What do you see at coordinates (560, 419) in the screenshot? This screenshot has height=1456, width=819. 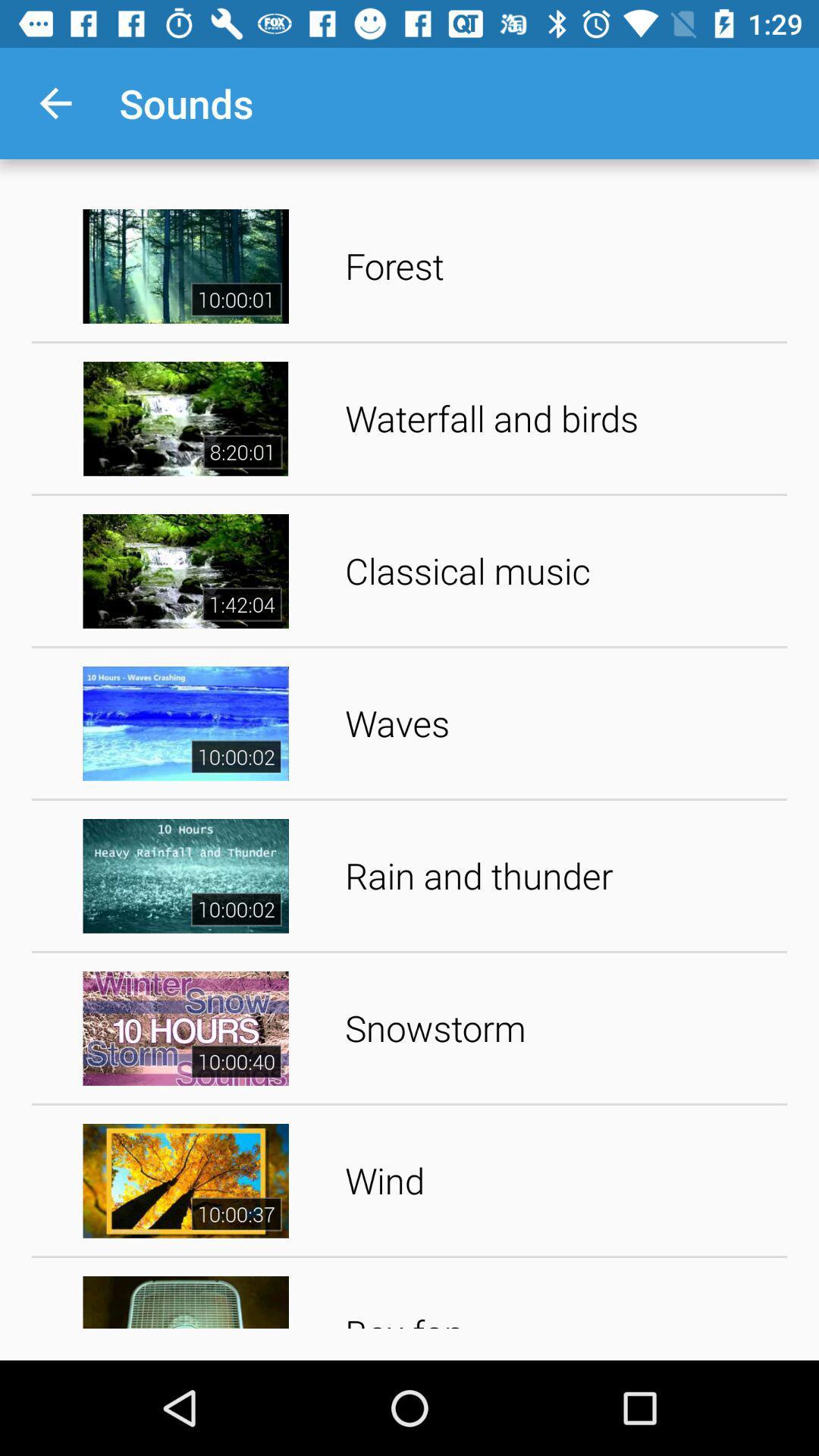 I see `app below the forest` at bounding box center [560, 419].